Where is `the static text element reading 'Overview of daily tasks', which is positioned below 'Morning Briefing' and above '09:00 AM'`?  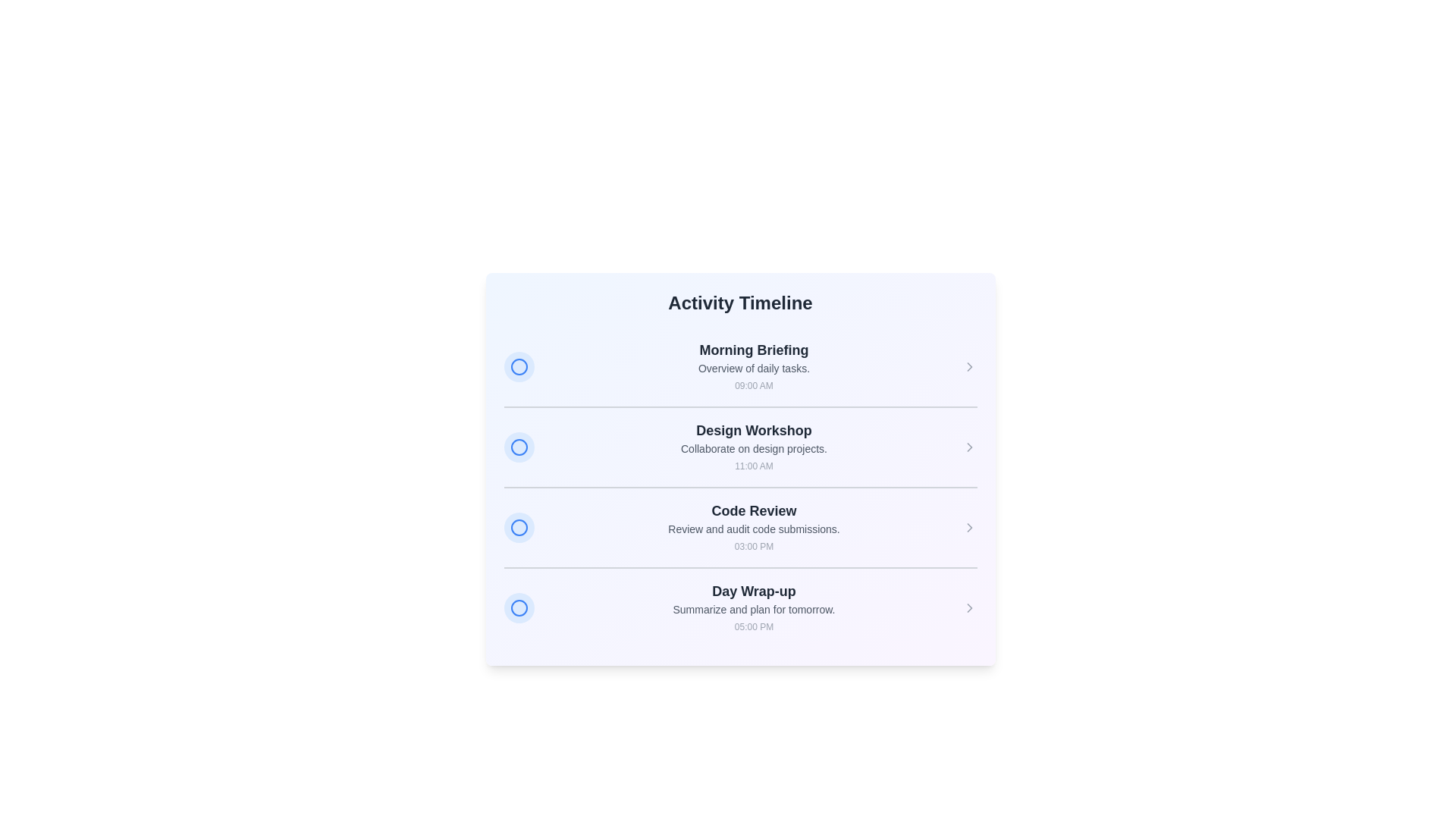
the static text element reading 'Overview of daily tasks', which is positioned below 'Morning Briefing' and above '09:00 AM' is located at coordinates (754, 369).